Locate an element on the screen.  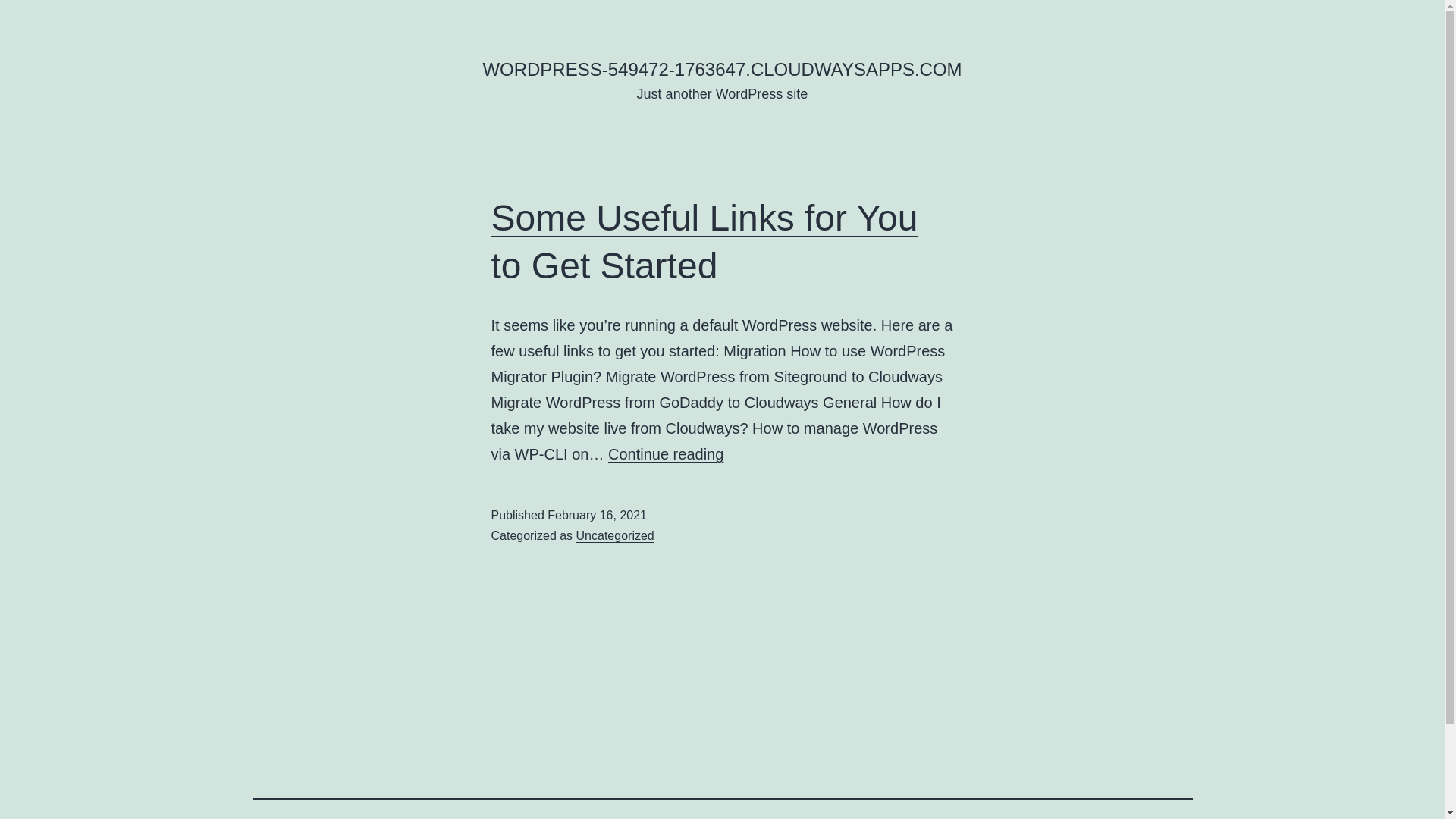
'Uncategorized' is located at coordinates (615, 535).